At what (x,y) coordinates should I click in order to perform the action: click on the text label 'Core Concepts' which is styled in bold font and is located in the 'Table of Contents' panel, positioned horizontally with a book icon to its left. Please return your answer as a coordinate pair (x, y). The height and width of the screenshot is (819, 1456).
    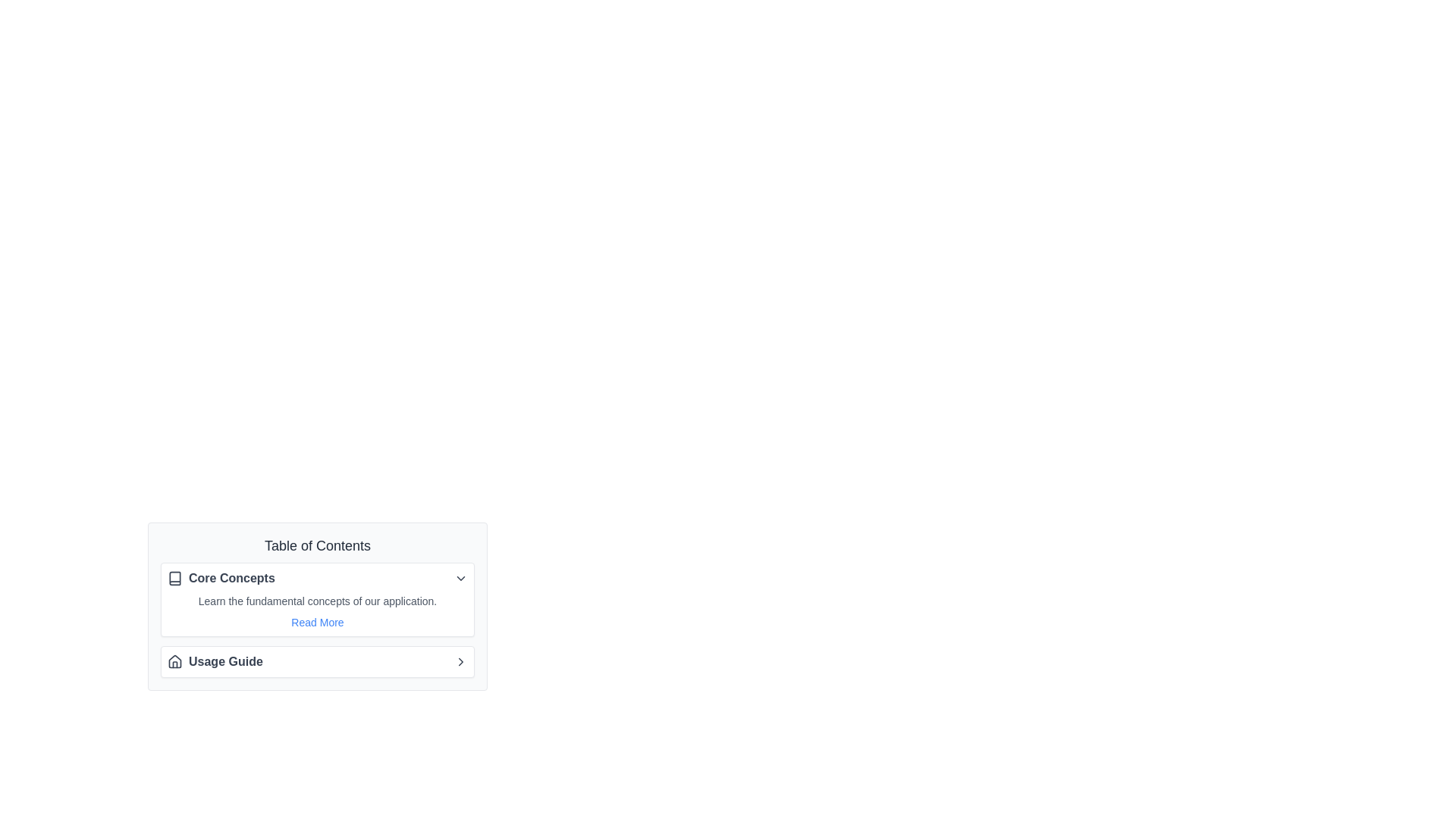
    Looking at the image, I should click on (231, 579).